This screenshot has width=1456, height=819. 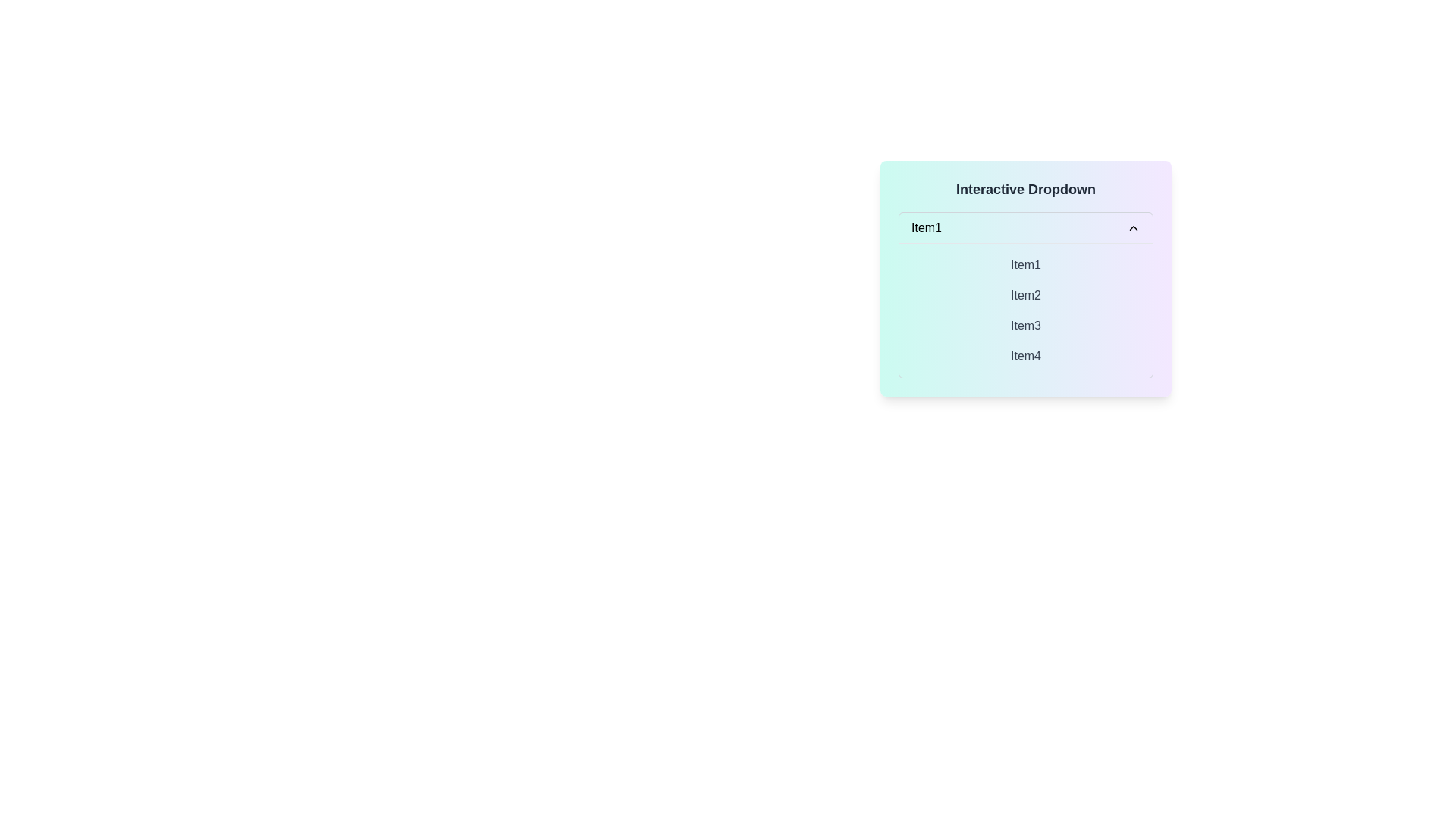 I want to click on the header-like text labeled 'Interactive Dropdown', which is styled in bold and larger font size, positioned at the top of a panel with a gradient background, so click(x=1026, y=189).